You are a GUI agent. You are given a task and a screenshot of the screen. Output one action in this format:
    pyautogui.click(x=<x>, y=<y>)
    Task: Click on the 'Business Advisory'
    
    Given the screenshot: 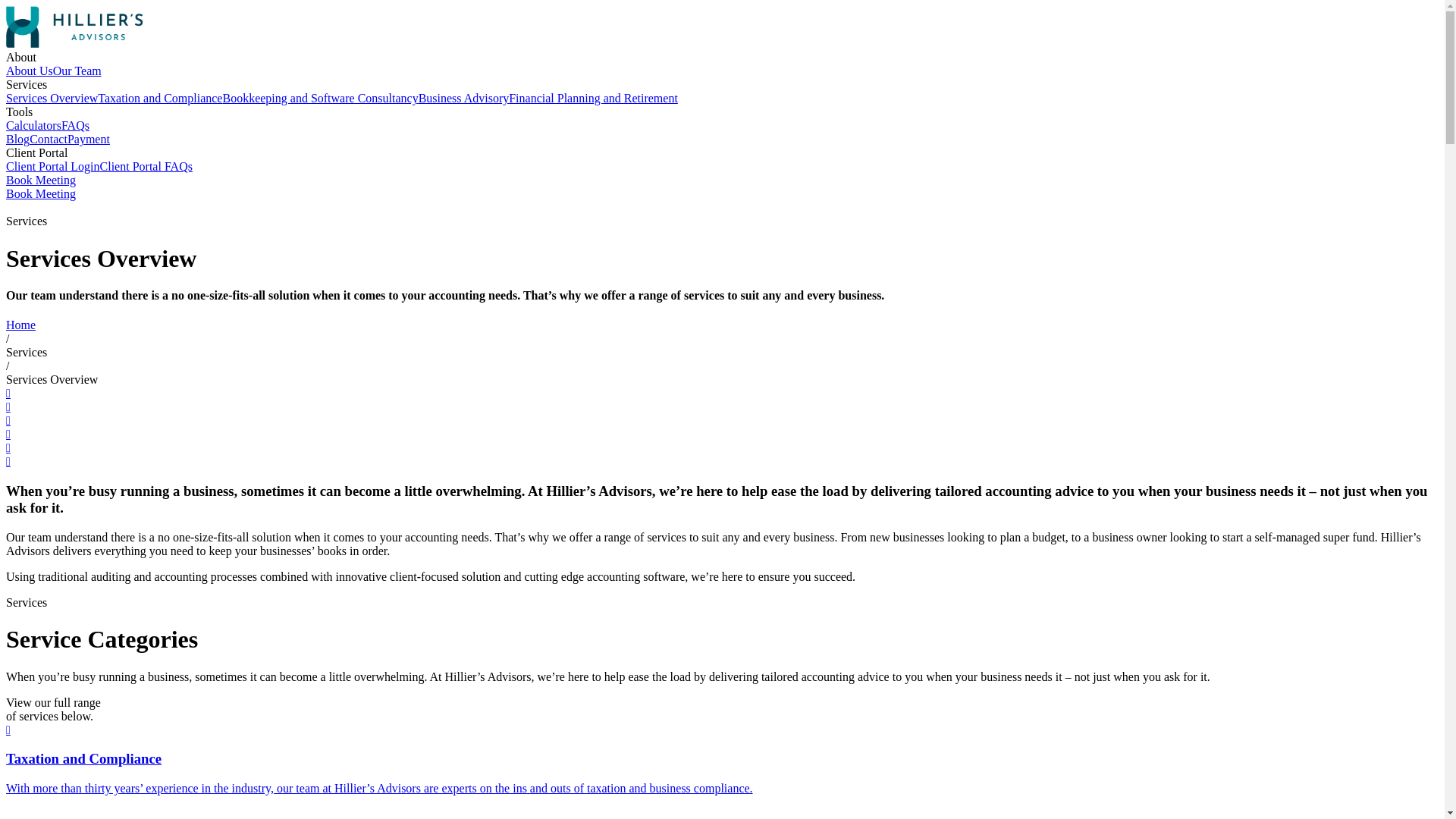 What is the action you would take?
    pyautogui.click(x=463, y=98)
    